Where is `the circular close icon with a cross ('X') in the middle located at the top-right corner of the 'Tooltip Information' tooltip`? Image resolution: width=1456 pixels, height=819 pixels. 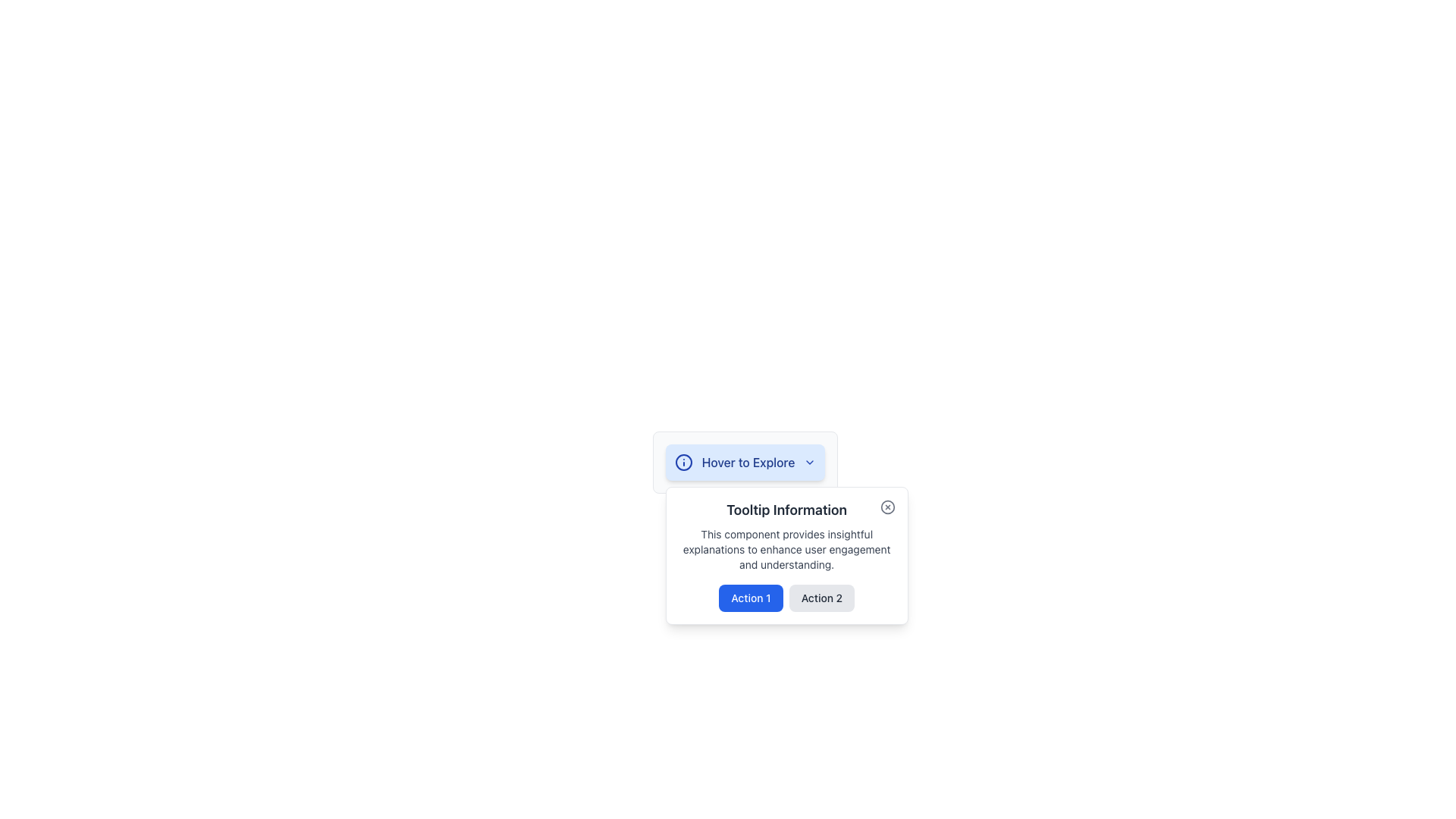 the circular close icon with a cross ('X') in the middle located at the top-right corner of the 'Tooltip Information' tooltip is located at coordinates (887, 507).